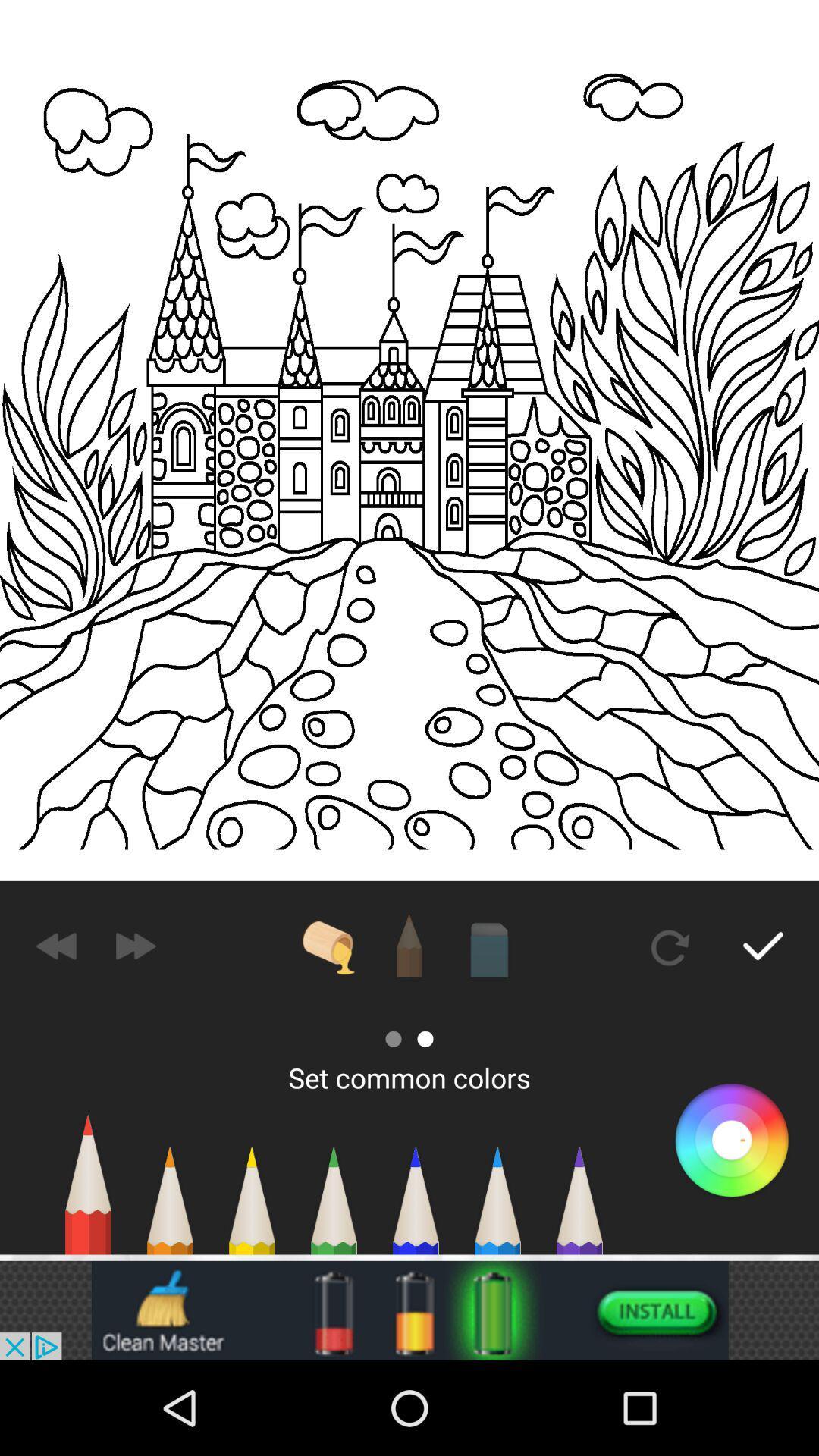 The height and width of the screenshot is (1456, 819). I want to click on the check icon, so click(763, 1012).